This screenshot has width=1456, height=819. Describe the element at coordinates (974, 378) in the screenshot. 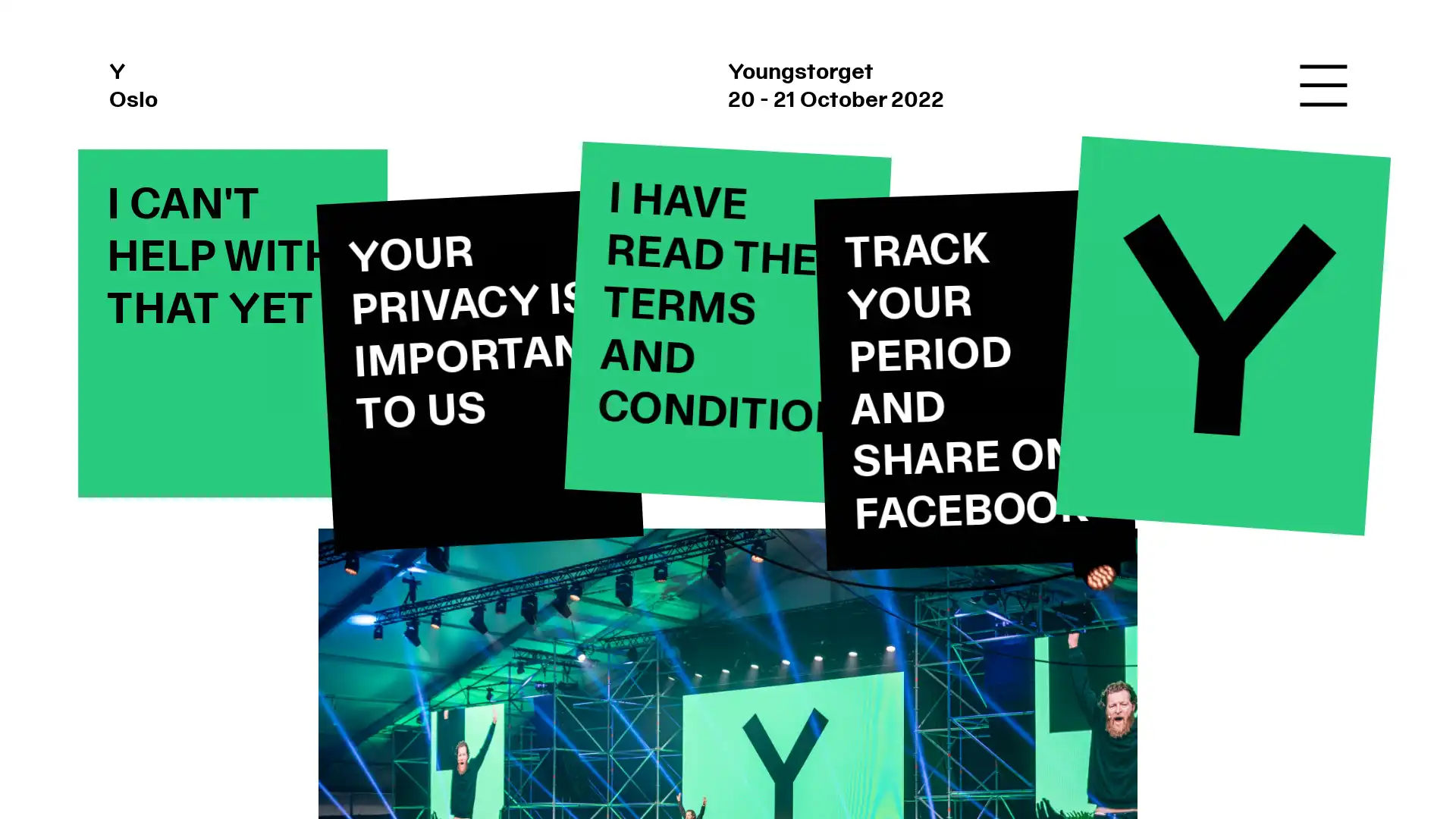

I see `TRACK YOUR PERIOD AND SHARE ON FACEBOOK` at that location.